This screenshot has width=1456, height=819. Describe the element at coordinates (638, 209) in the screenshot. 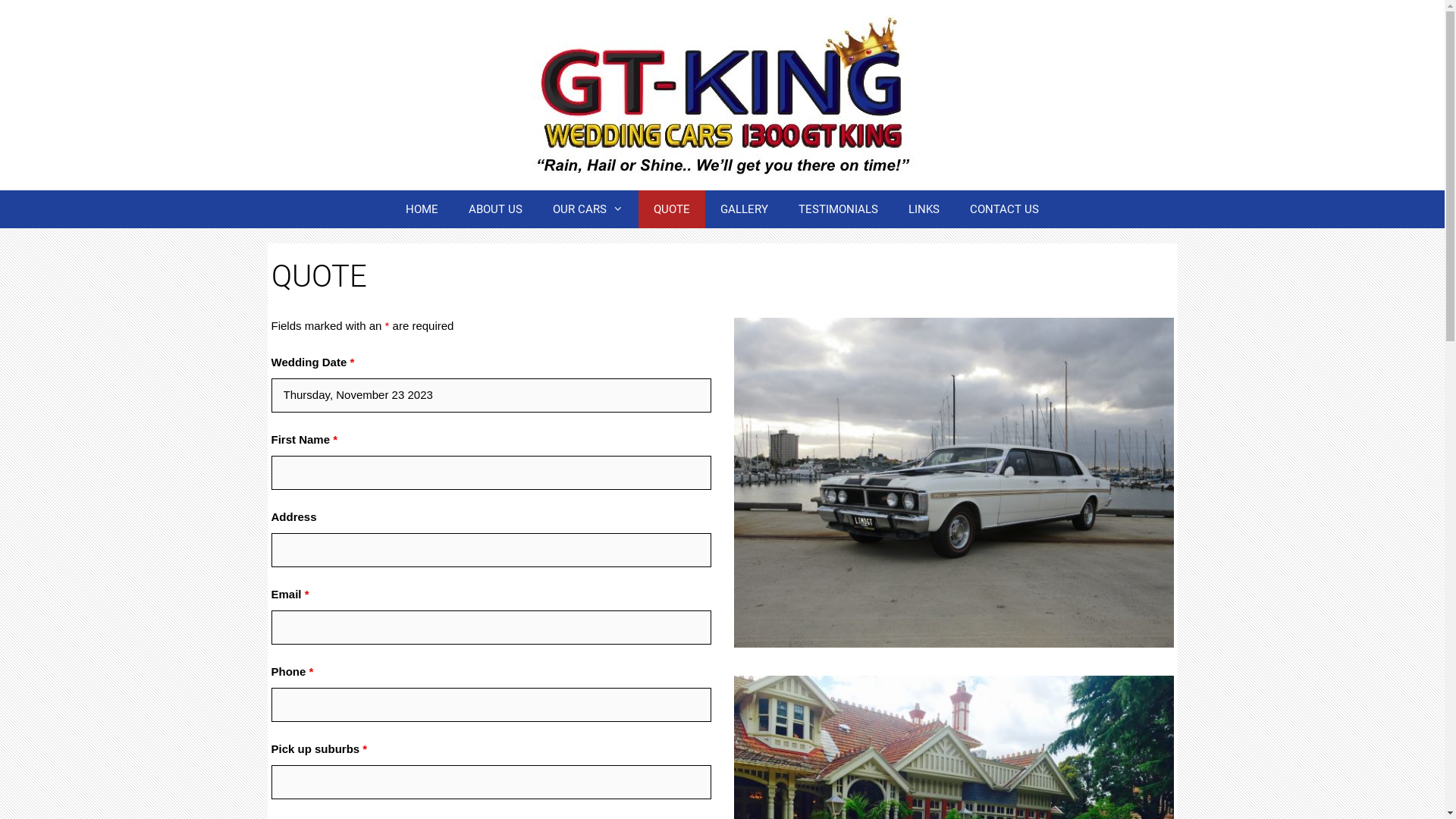

I see `'QUOTE'` at that location.